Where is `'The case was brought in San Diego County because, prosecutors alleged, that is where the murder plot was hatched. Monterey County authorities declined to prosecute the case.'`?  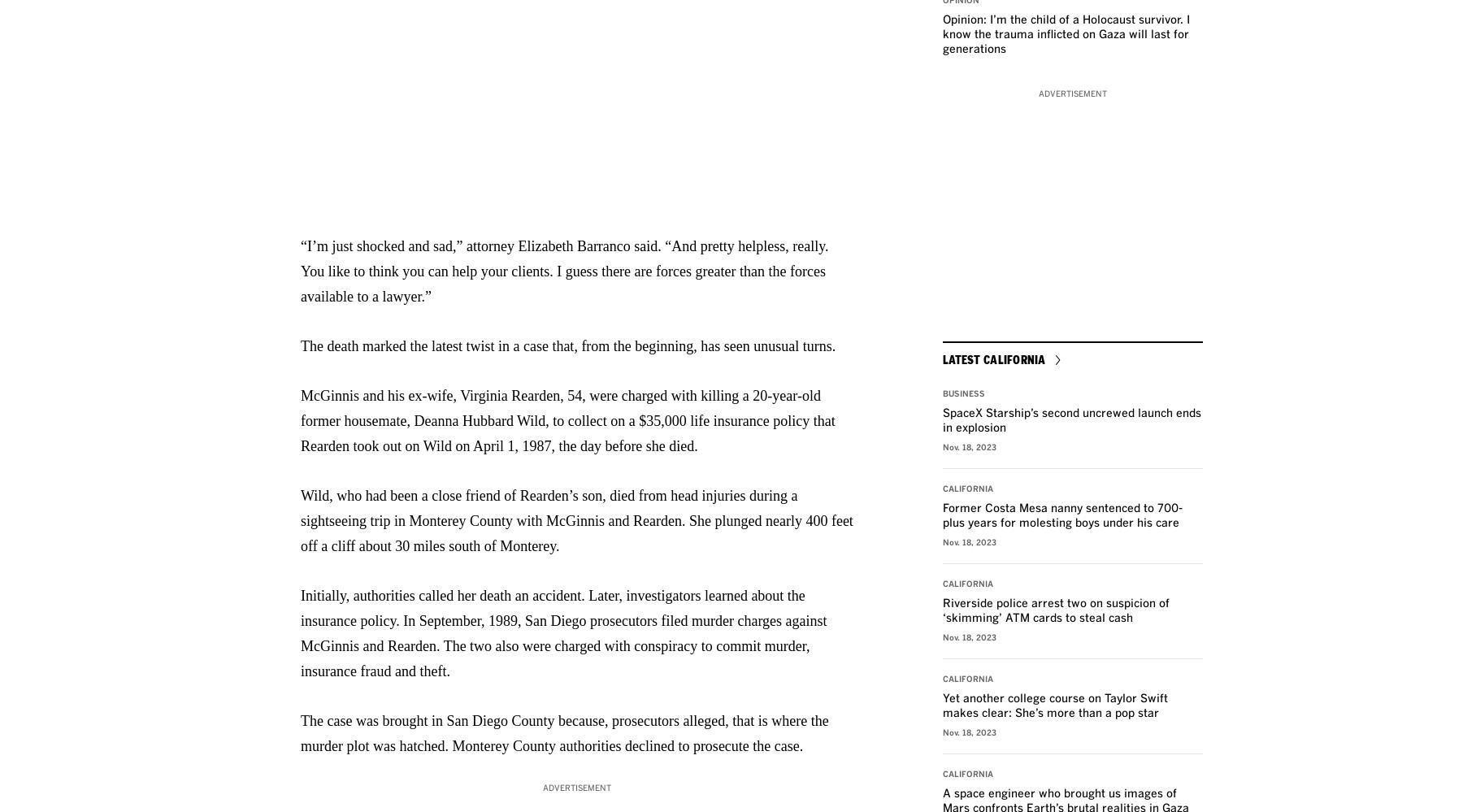 'The case was brought in San Diego County because, prosecutors alleged, that is where the murder plot was hatched. Monterey County authorities declined to prosecute the case.' is located at coordinates (563, 733).